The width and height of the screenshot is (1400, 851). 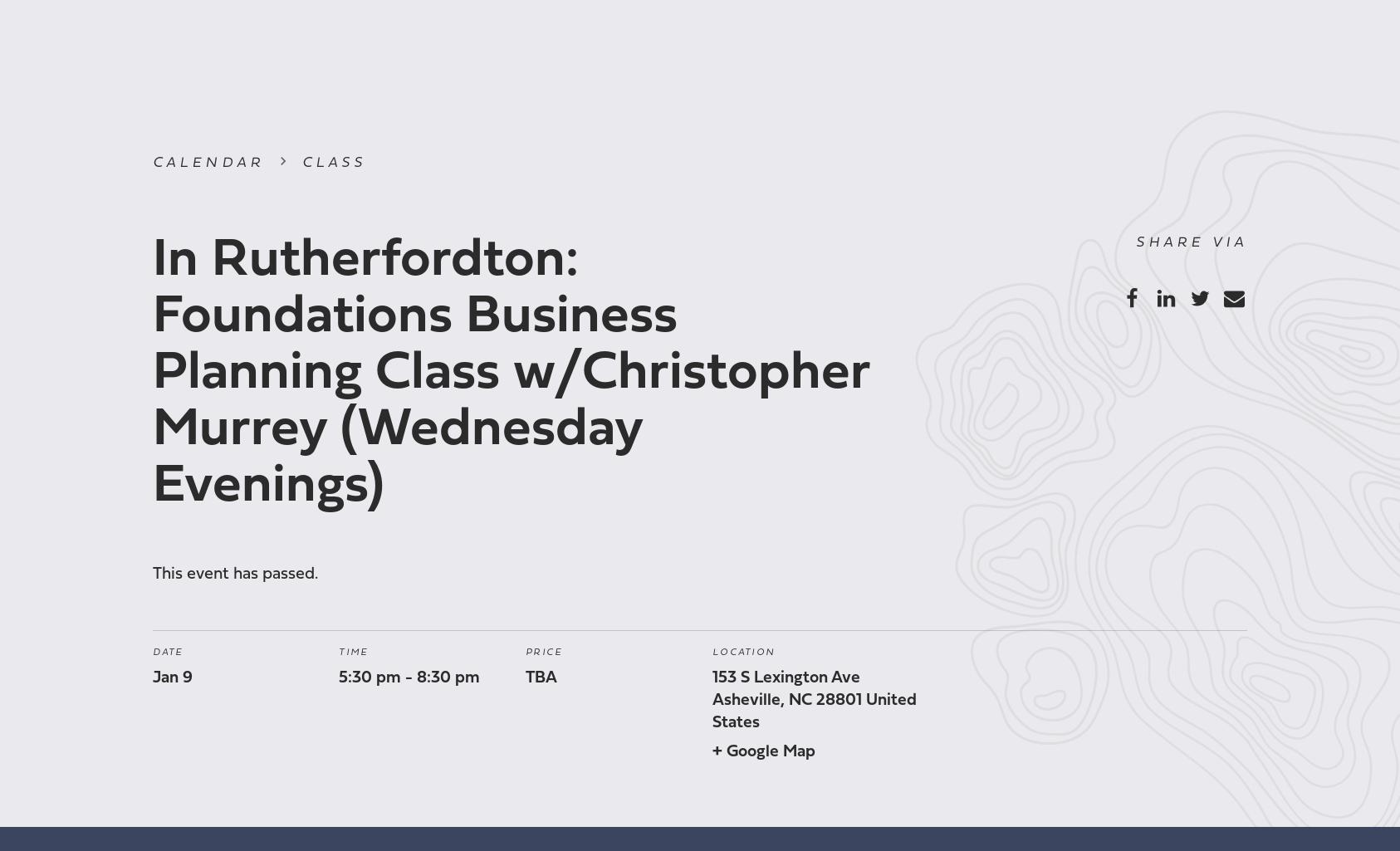 What do you see at coordinates (233, 574) in the screenshot?
I see `'This event has passed.'` at bounding box center [233, 574].